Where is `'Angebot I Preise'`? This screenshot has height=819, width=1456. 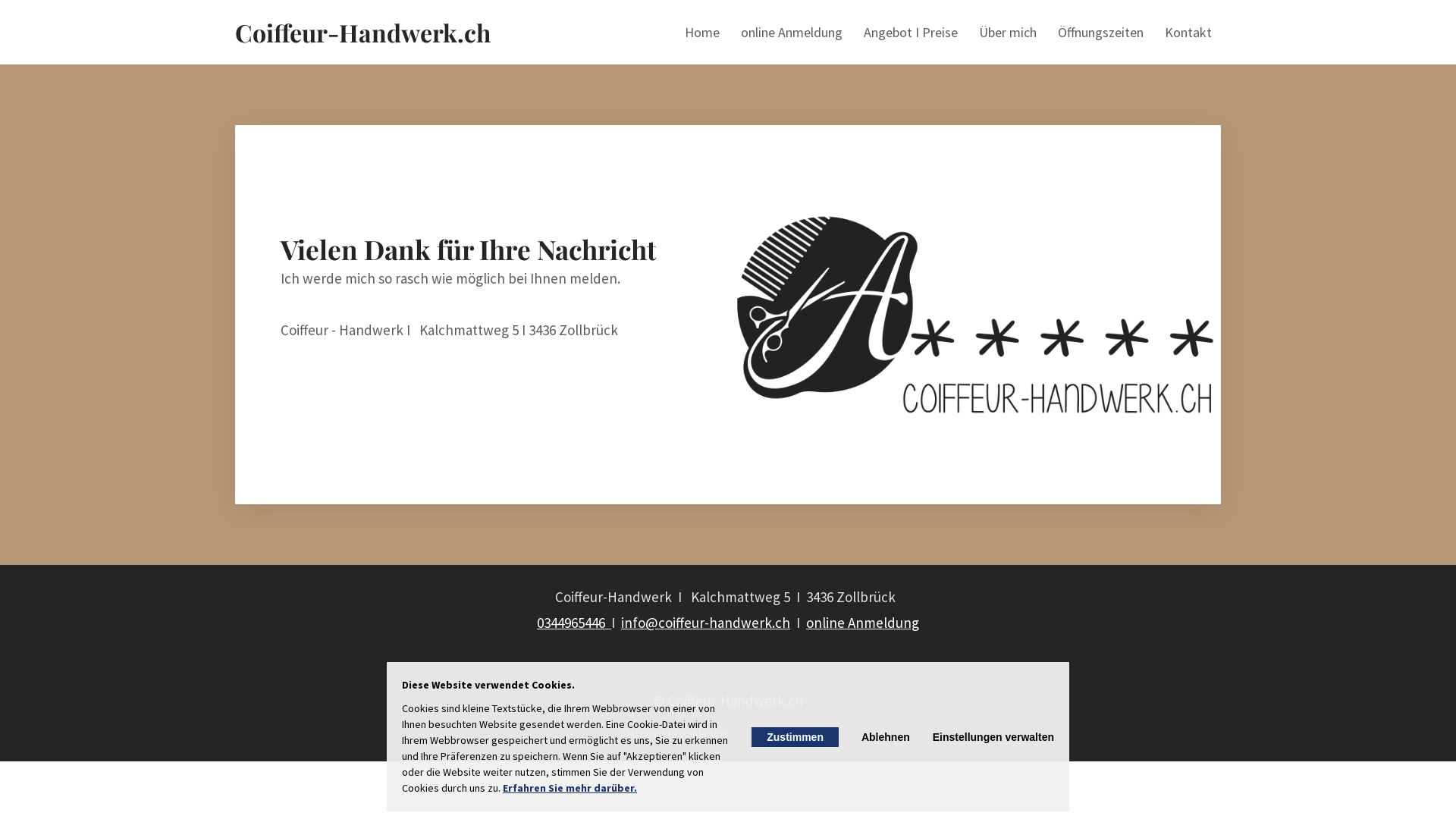
'Angebot I Preise' is located at coordinates (910, 32).